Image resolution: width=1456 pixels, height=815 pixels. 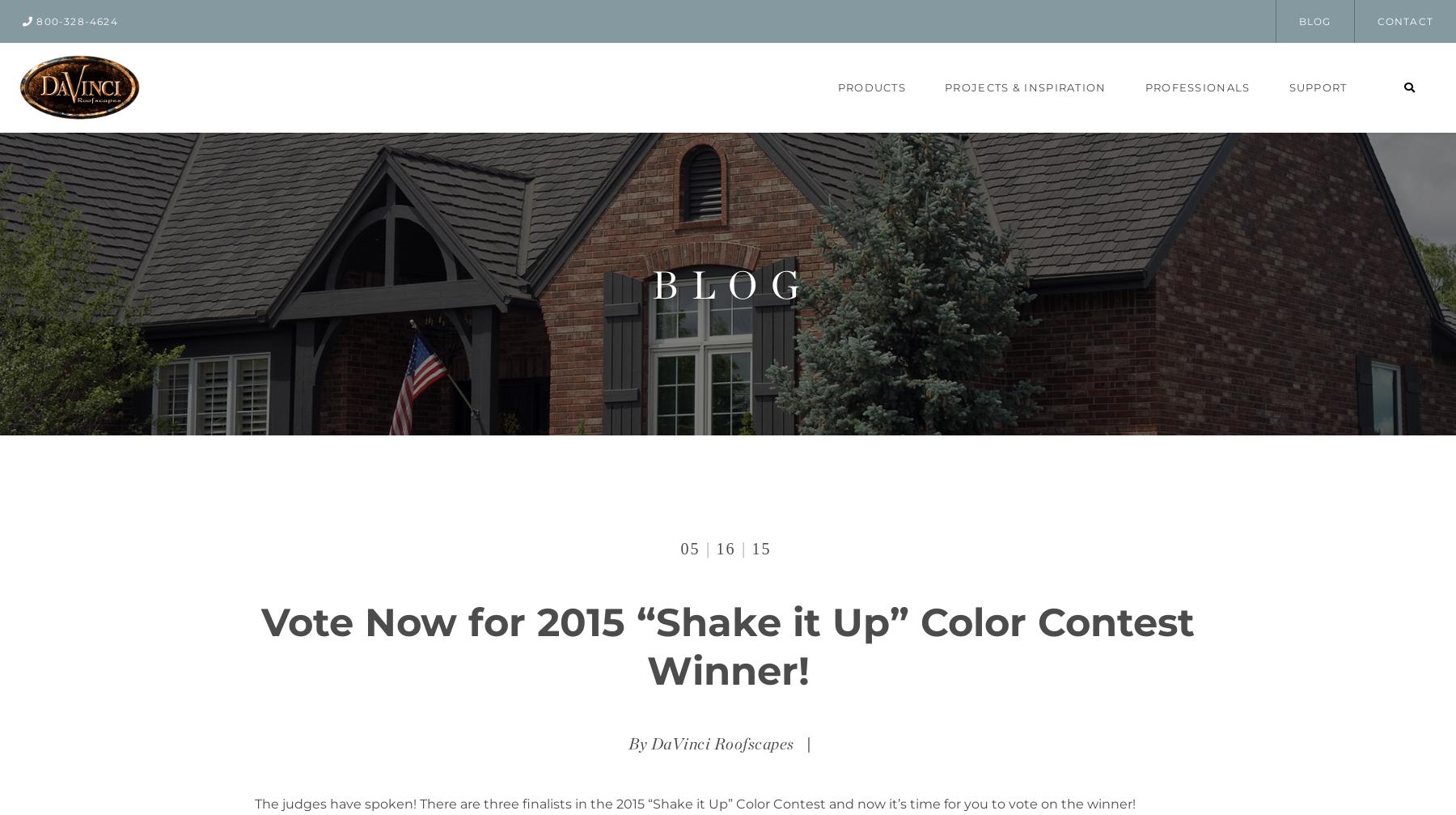 What do you see at coordinates (1025, 87) in the screenshot?
I see `'Projects & Inspiration'` at bounding box center [1025, 87].